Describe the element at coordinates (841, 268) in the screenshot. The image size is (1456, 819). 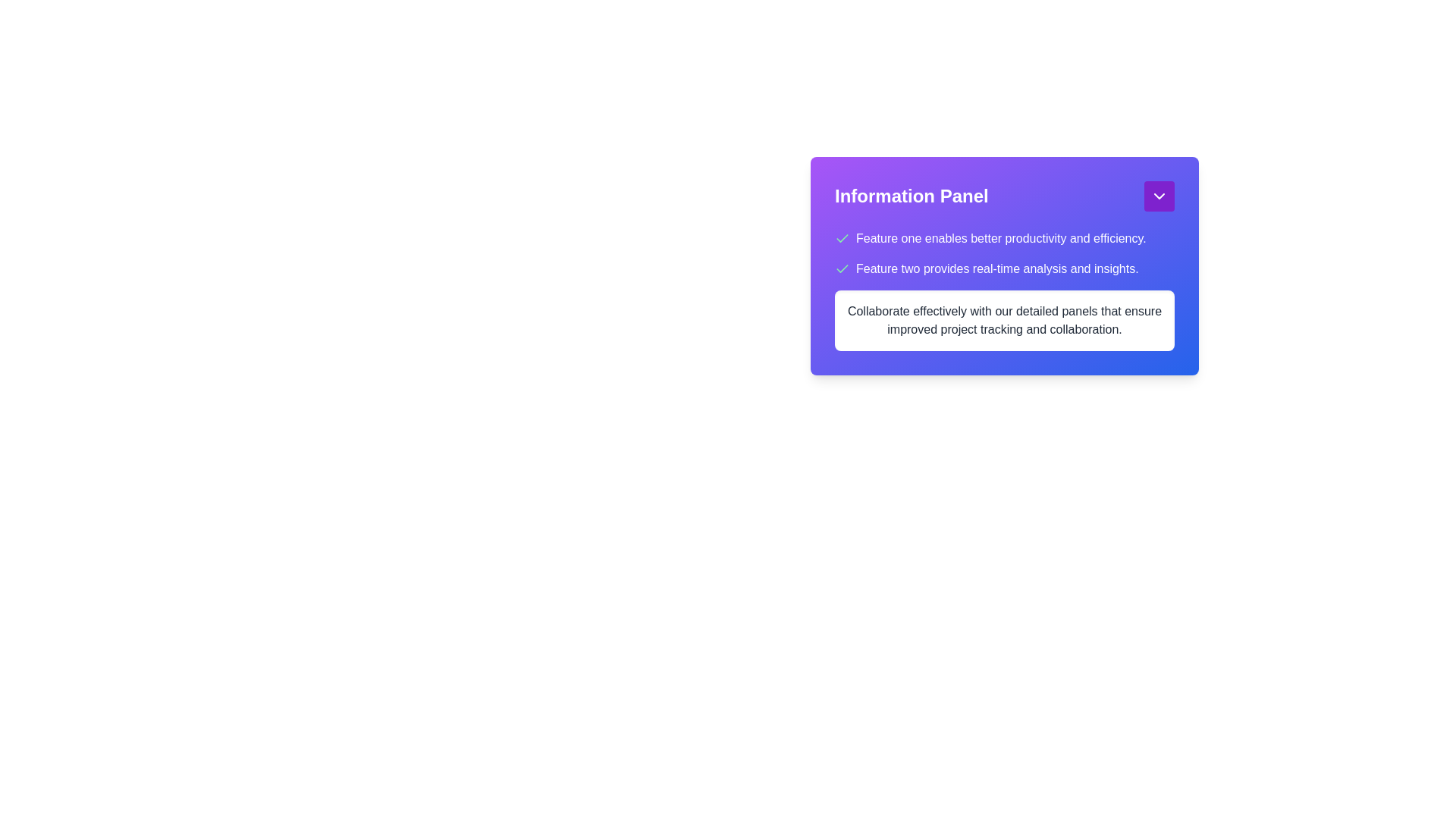
I see `the icon in the purple dialog box labeled 'Information Panel' that signifies the availability of 'Feature two provides real-time analysis and insights.'` at that location.